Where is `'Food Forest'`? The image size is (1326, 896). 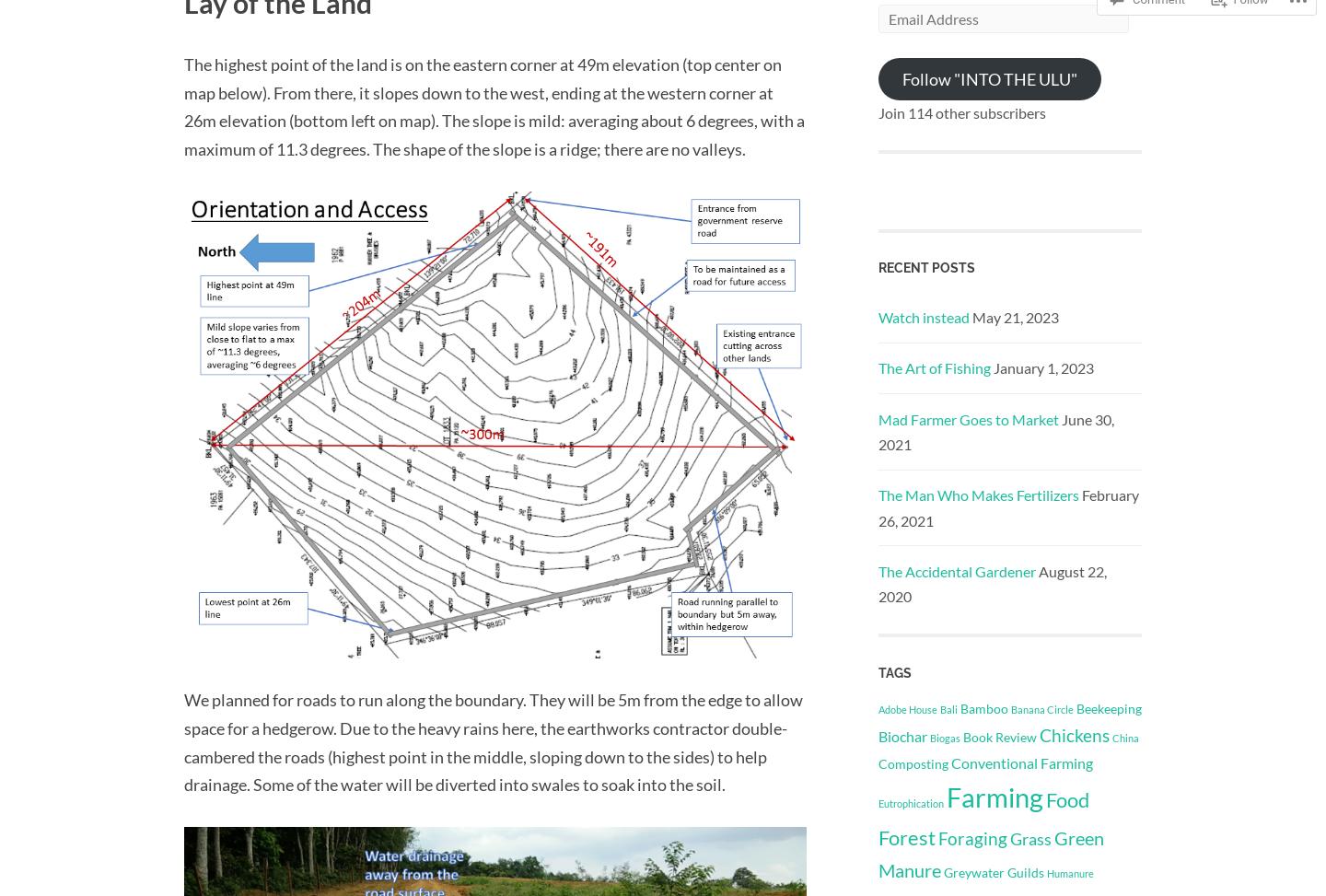
'Food Forest' is located at coordinates (878, 818).